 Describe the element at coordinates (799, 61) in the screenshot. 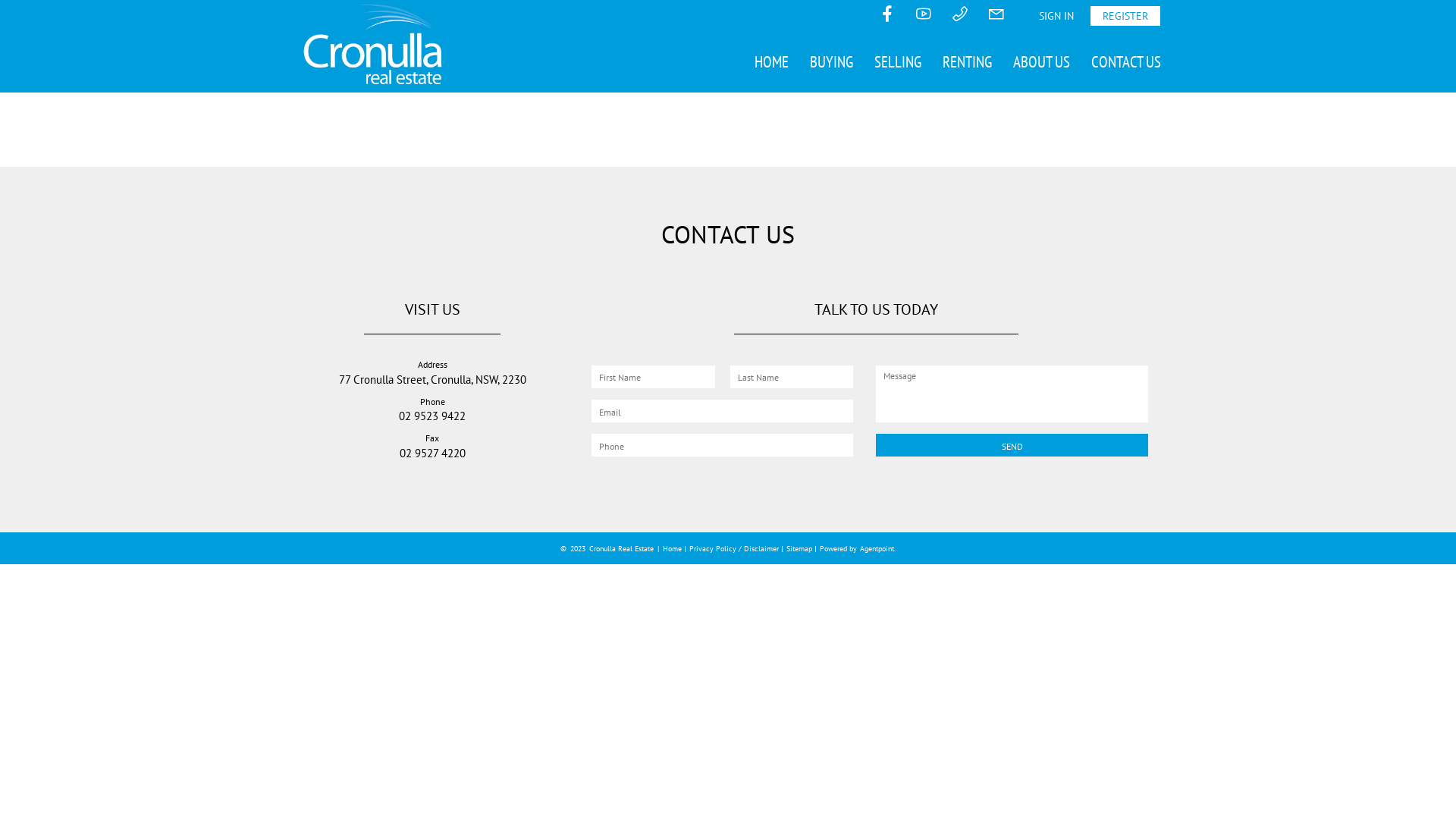

I see `'BUYING'` at that location.